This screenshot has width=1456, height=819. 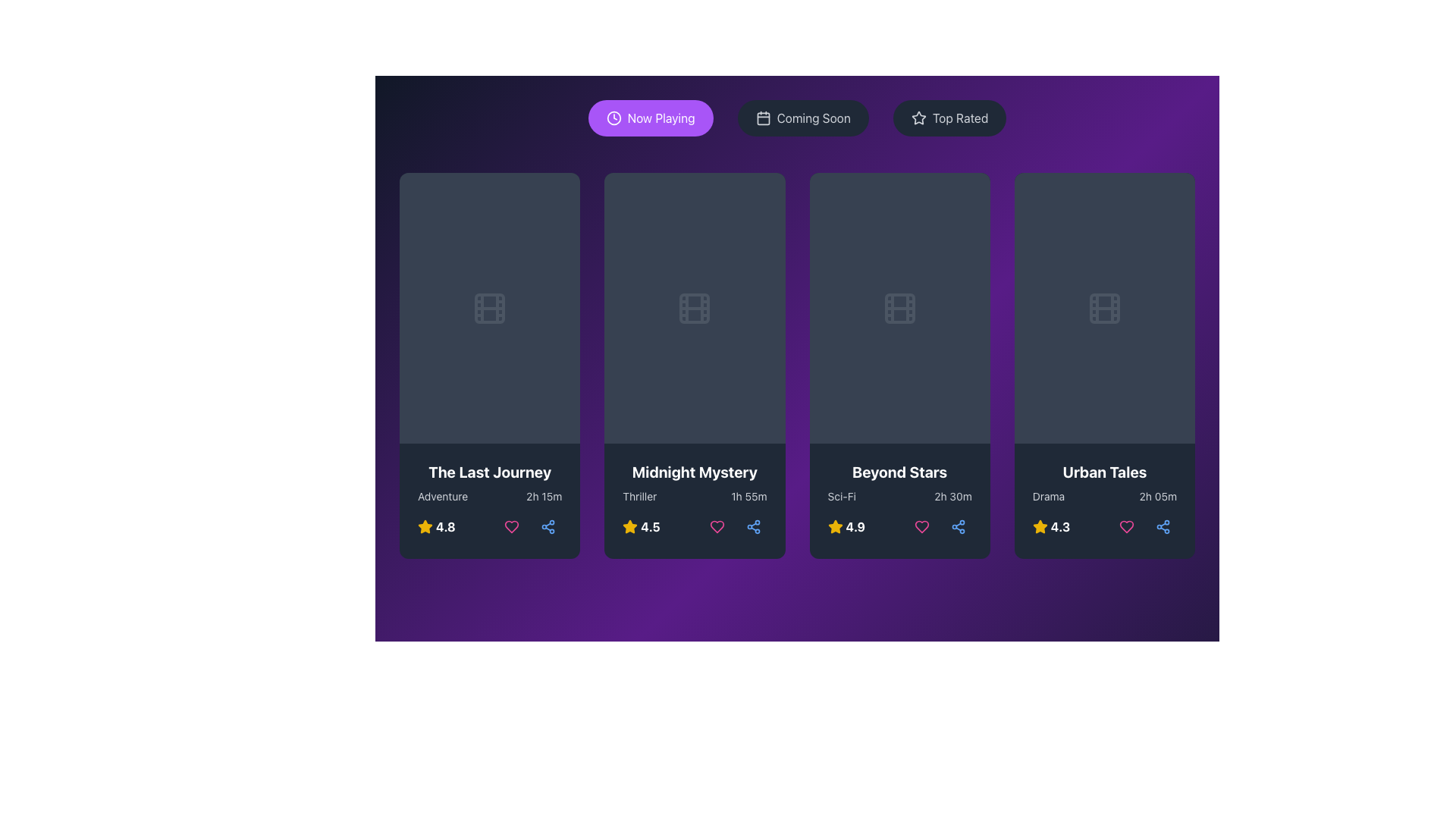 What do you see at coordinates (763, 118) in the screenshot?
I see `the calendar icon within the 'Coming Soon' button located in the top navigation bar` at bounding box center [763, 118].